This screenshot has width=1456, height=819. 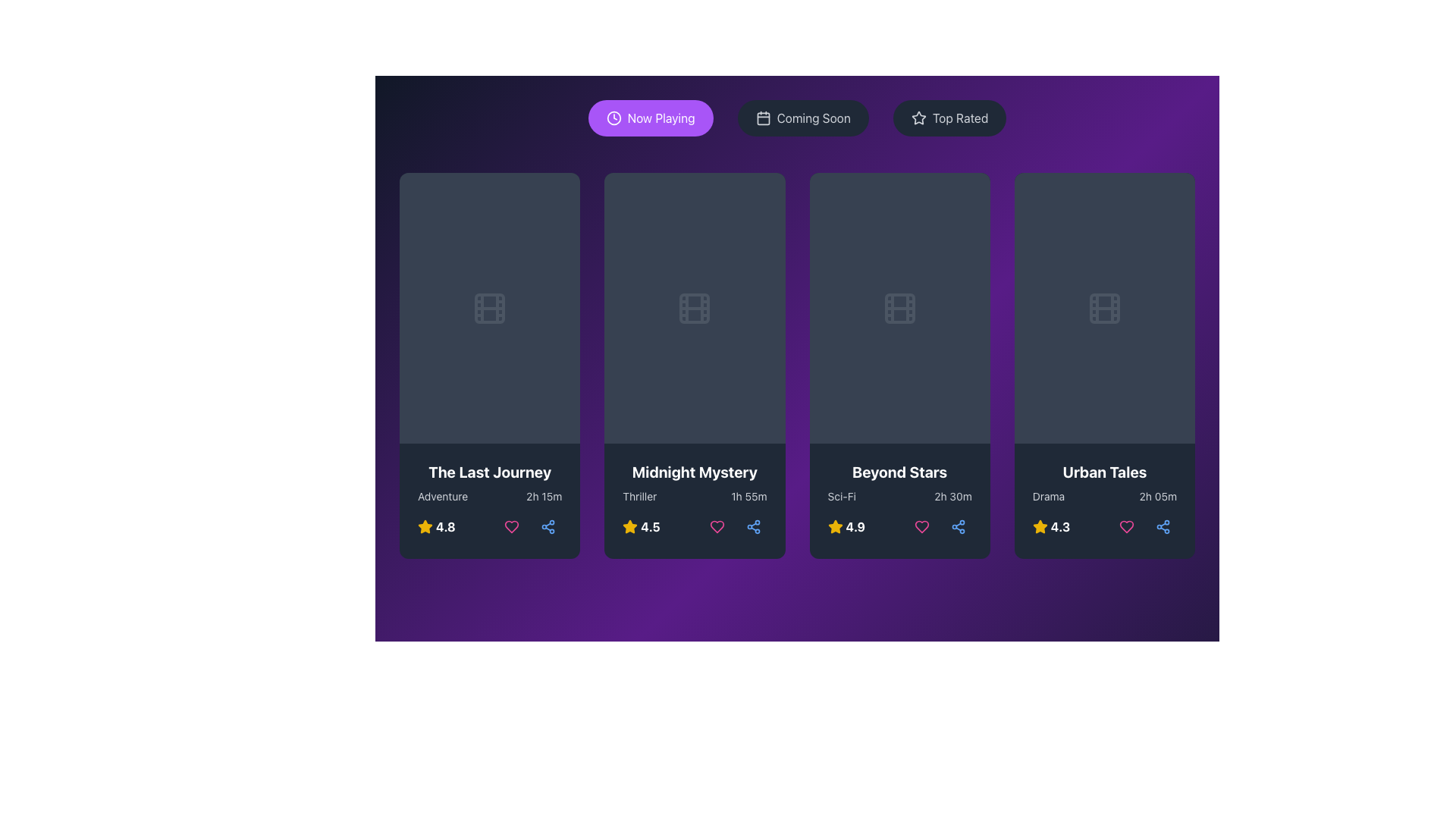 What do you see at coordinates (763, 118) in the screenshot?
I see `the calendar icon within the 'Coming Soon' button located in the top navigation bar` at bounding box center [763, 118].